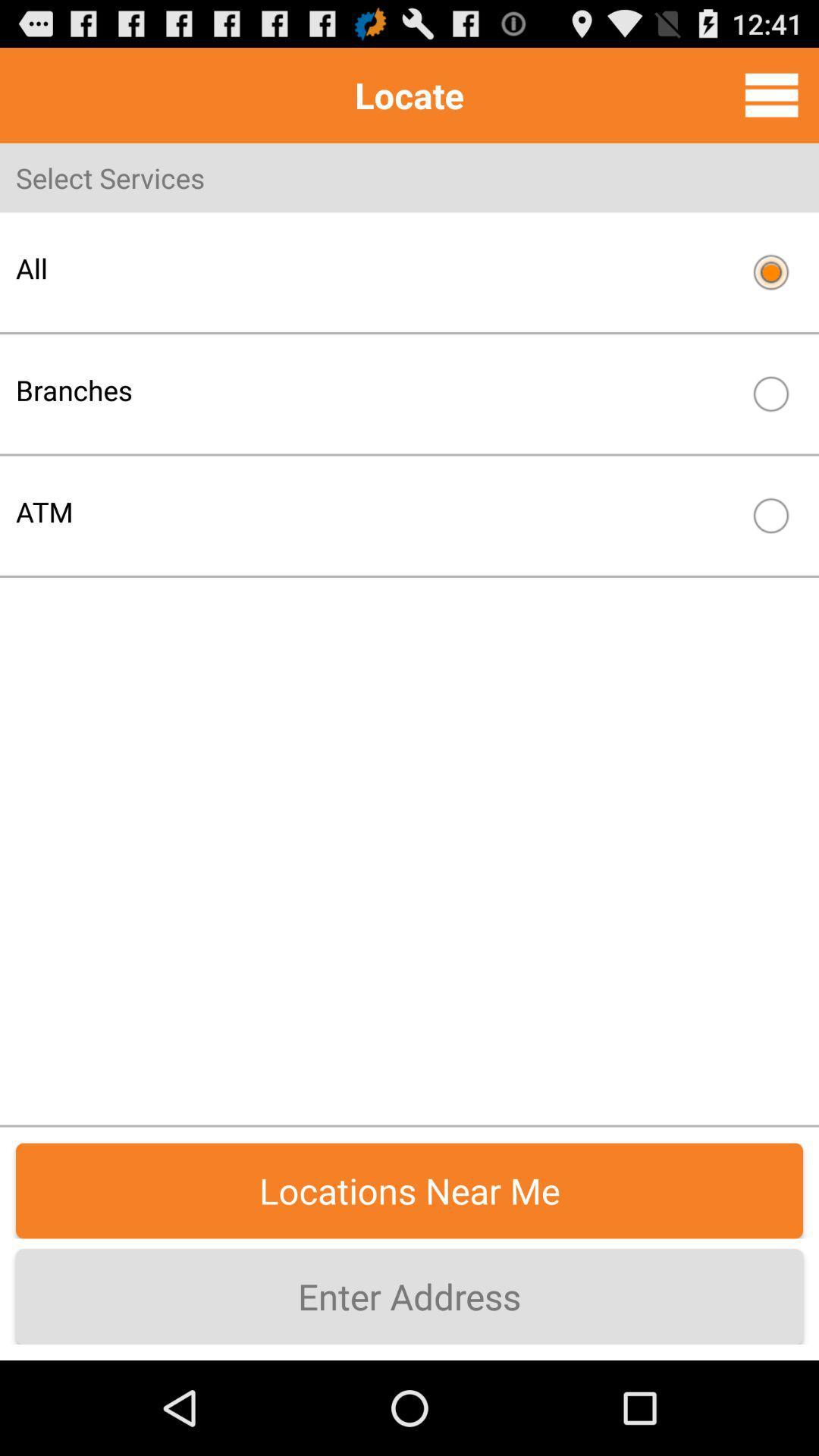  Describe the element at coordinates (771, 94) in the screenshot. I see `the icon to the right of the locate` at that location.